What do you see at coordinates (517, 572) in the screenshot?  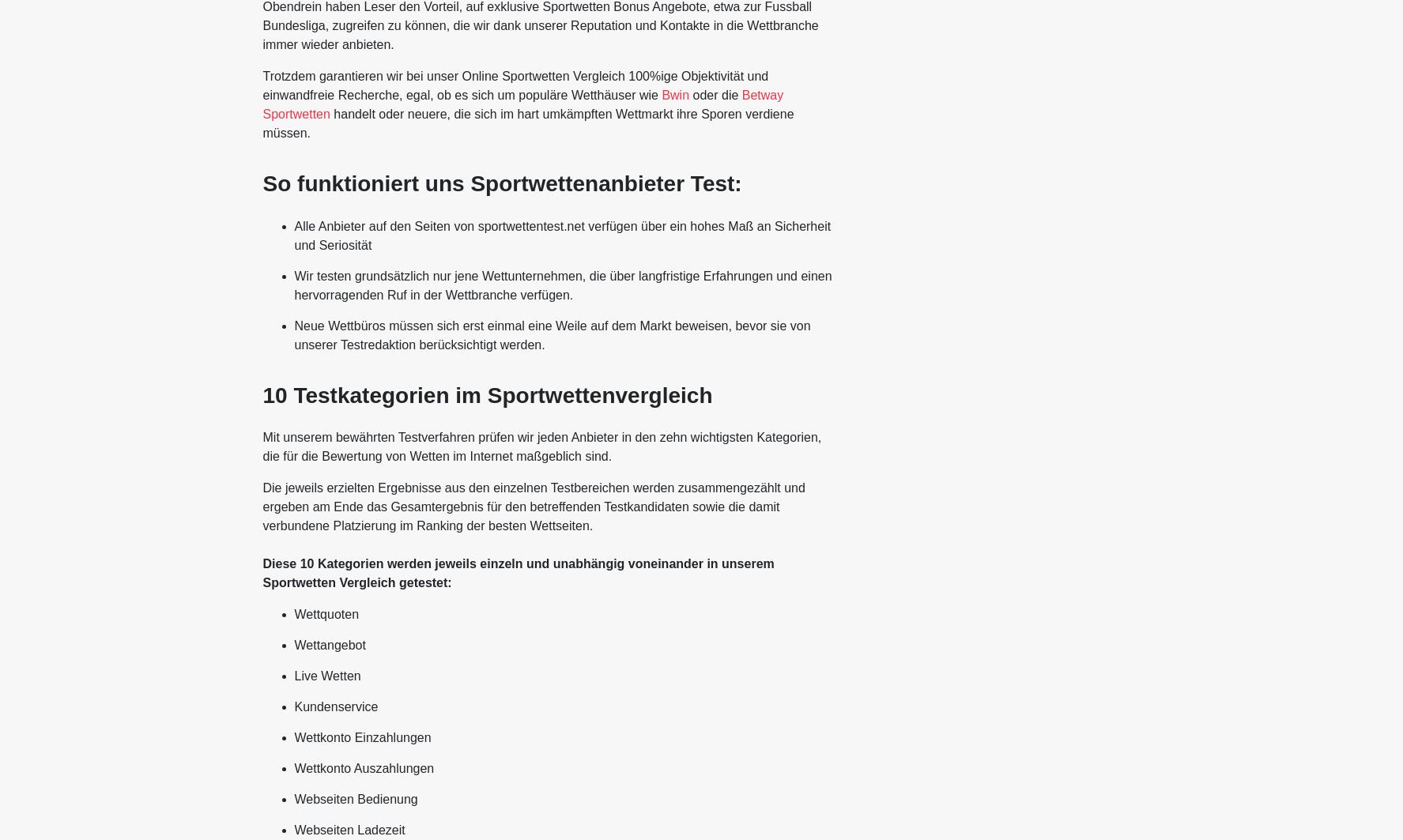 I see `'Diese 10 Kategorien werden jeweils einzeln und unabhängig voneinander in unserem Sportwetten Vergleich getestet:'` at bounding box center [517, 572].